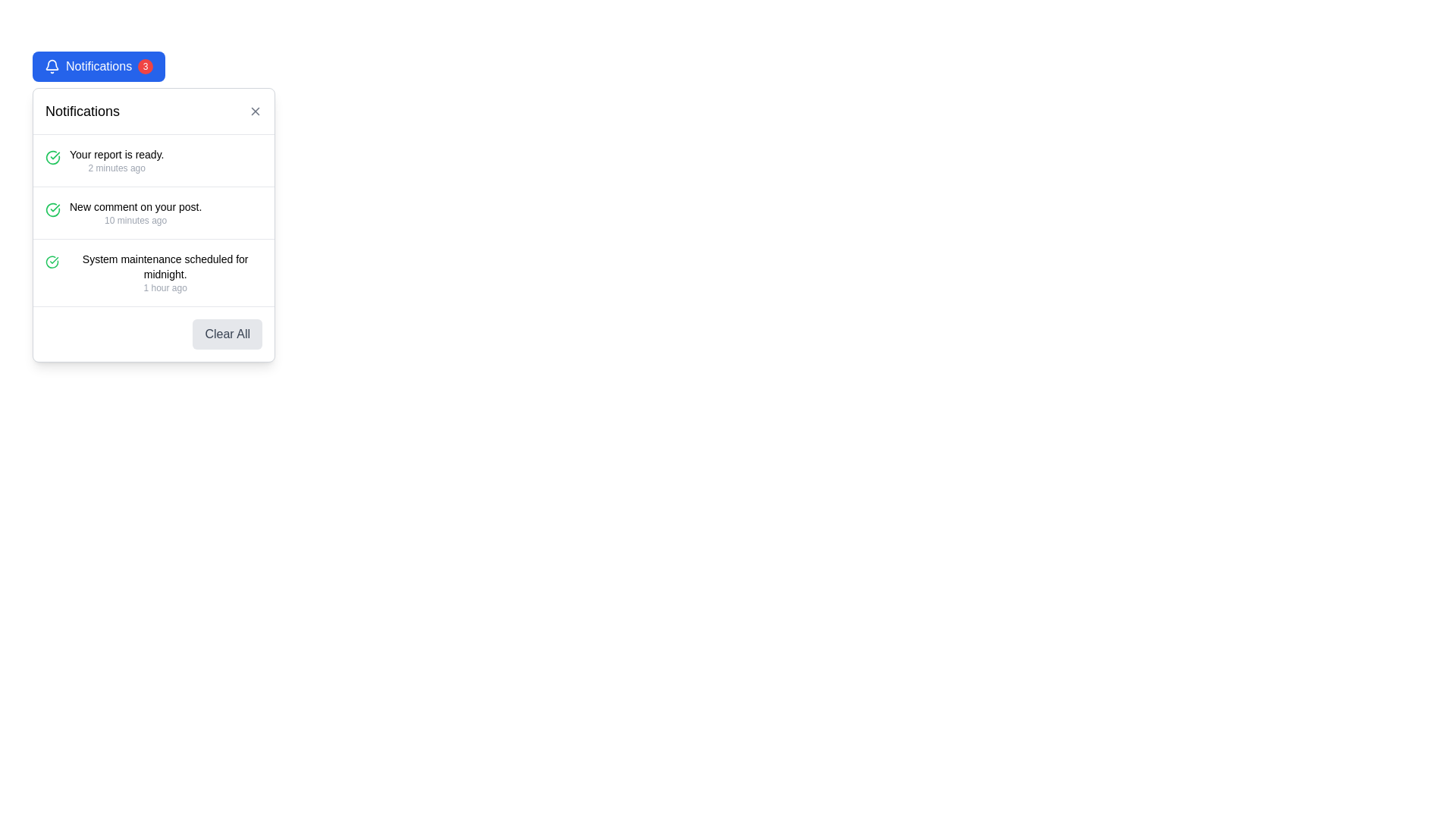  I want to click on the notification list element located within the dropdown box beneath the 'Notifications' header and above the 'Clear All' button for interaction, so click(153, 220).